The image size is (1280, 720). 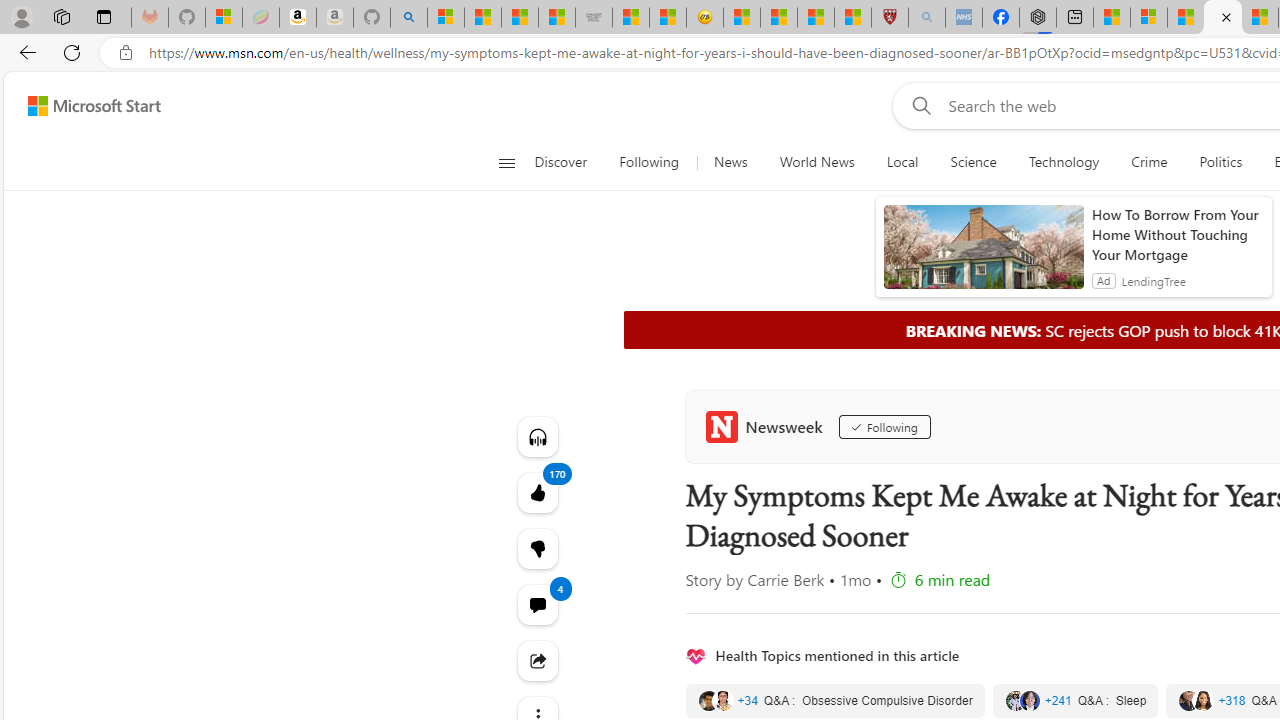 I want to click on 'Class: quote-thumbnail', so click(x=1202, y=699).